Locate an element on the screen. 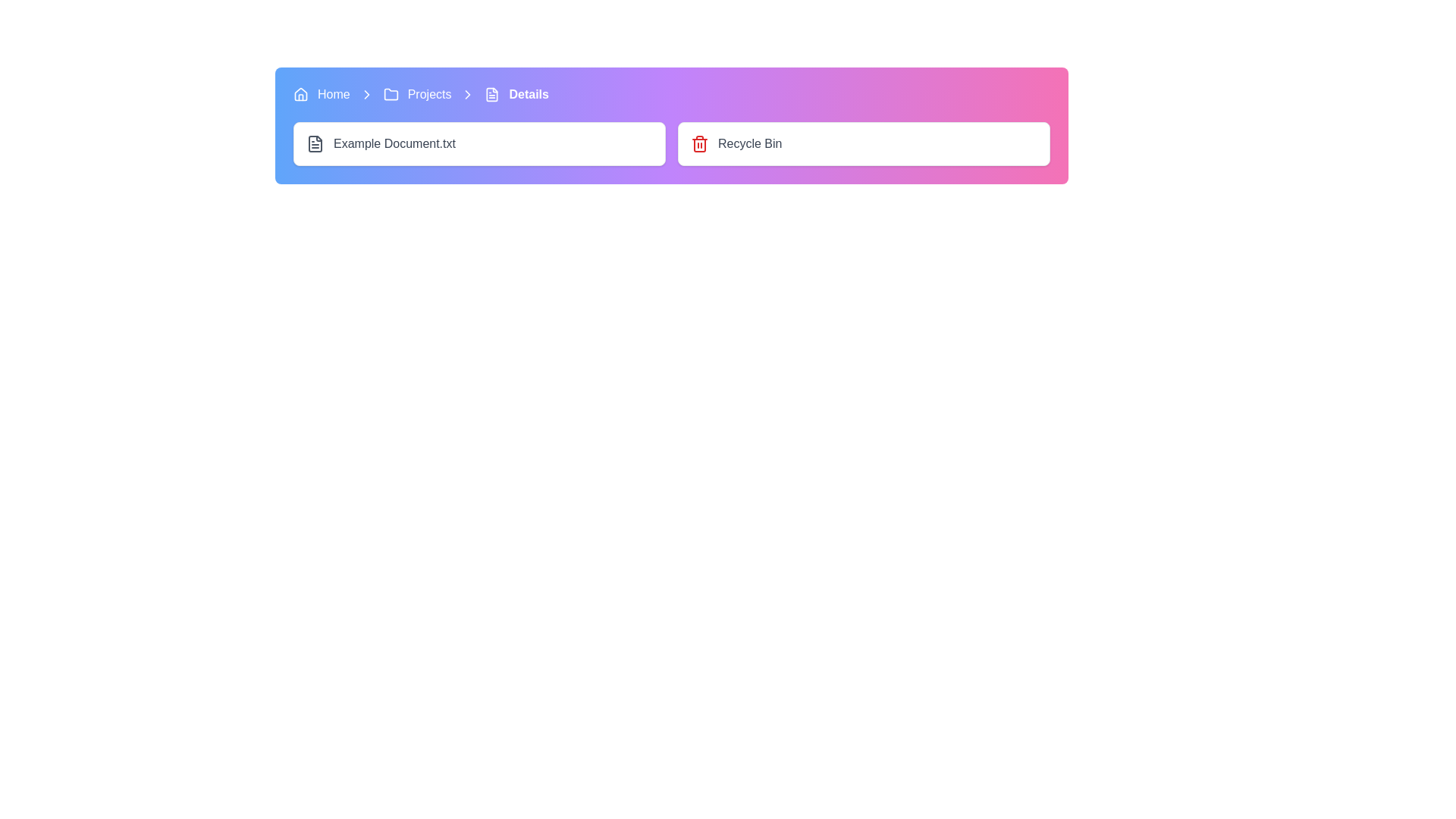 This screenshot has height=819, width=1456. the rightward-chevron icon used for navigation cues located in the breadcrumb bar between the 'Projects' and 'Details' labels is located at coordinates (467, 94).